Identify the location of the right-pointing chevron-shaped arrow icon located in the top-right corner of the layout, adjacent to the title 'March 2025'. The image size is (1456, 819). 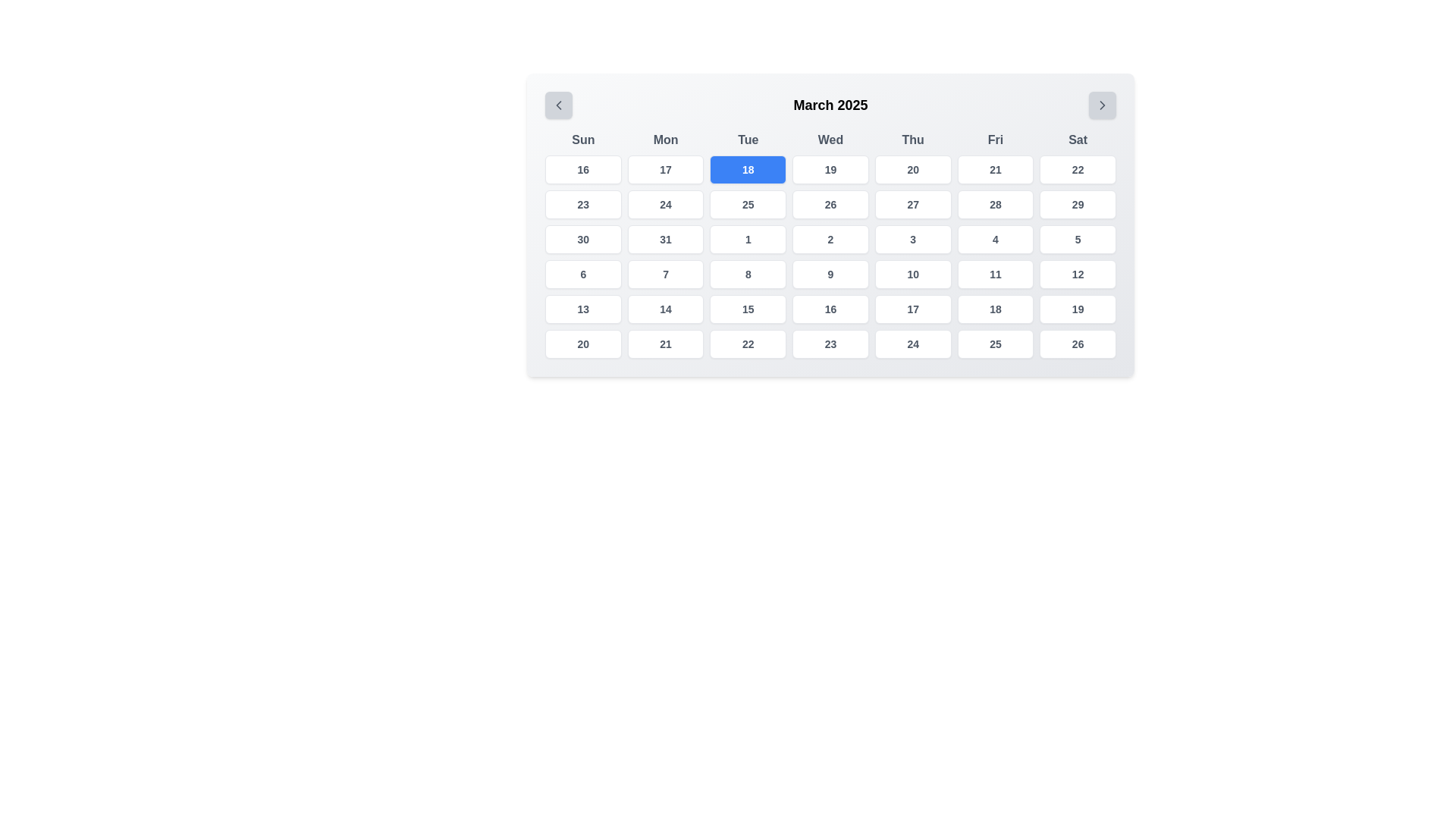
(1103, 104).